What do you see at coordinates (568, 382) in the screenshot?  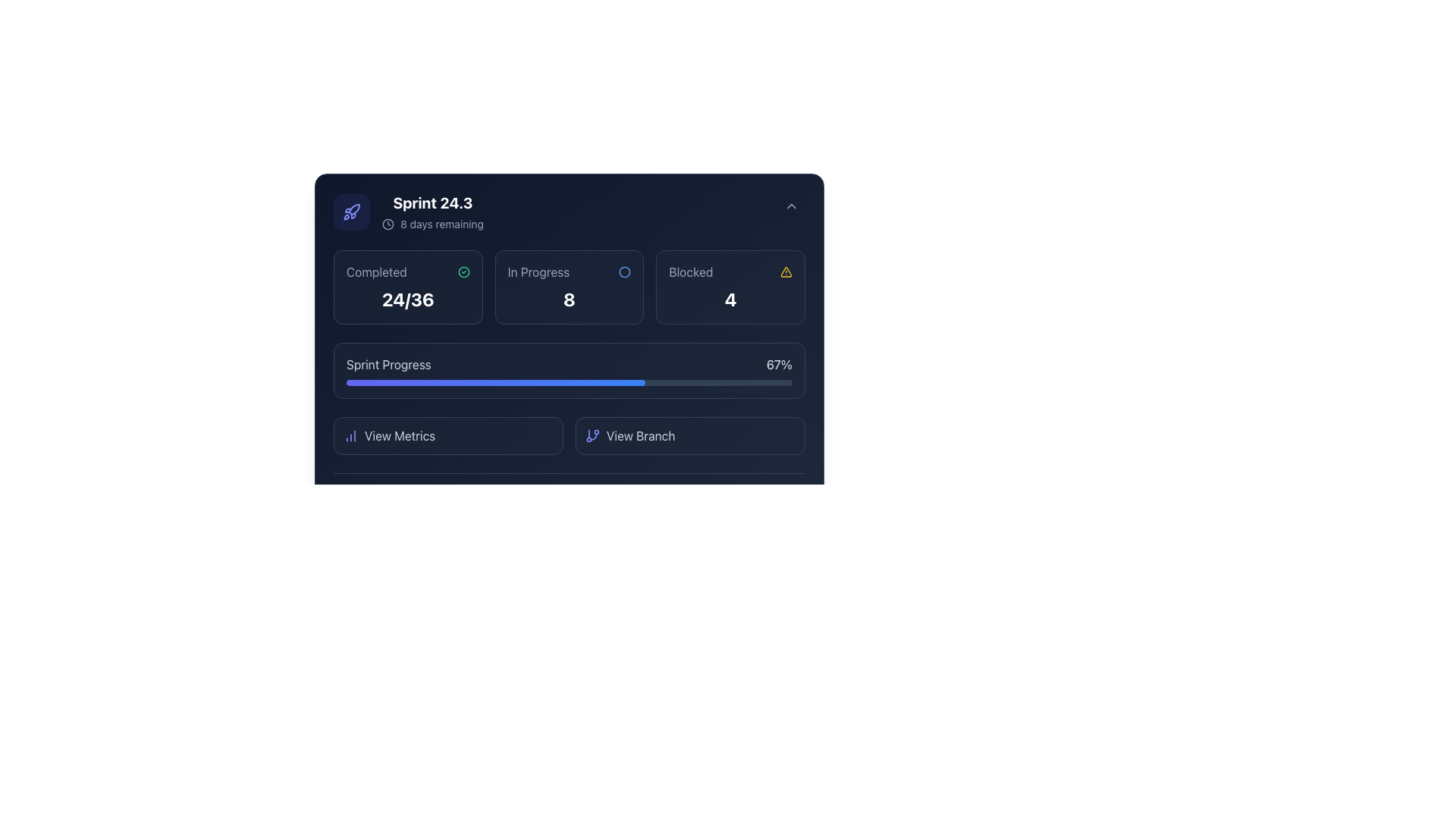 I see `the Dashboard Progress Component` at bounding box center [568, 382].